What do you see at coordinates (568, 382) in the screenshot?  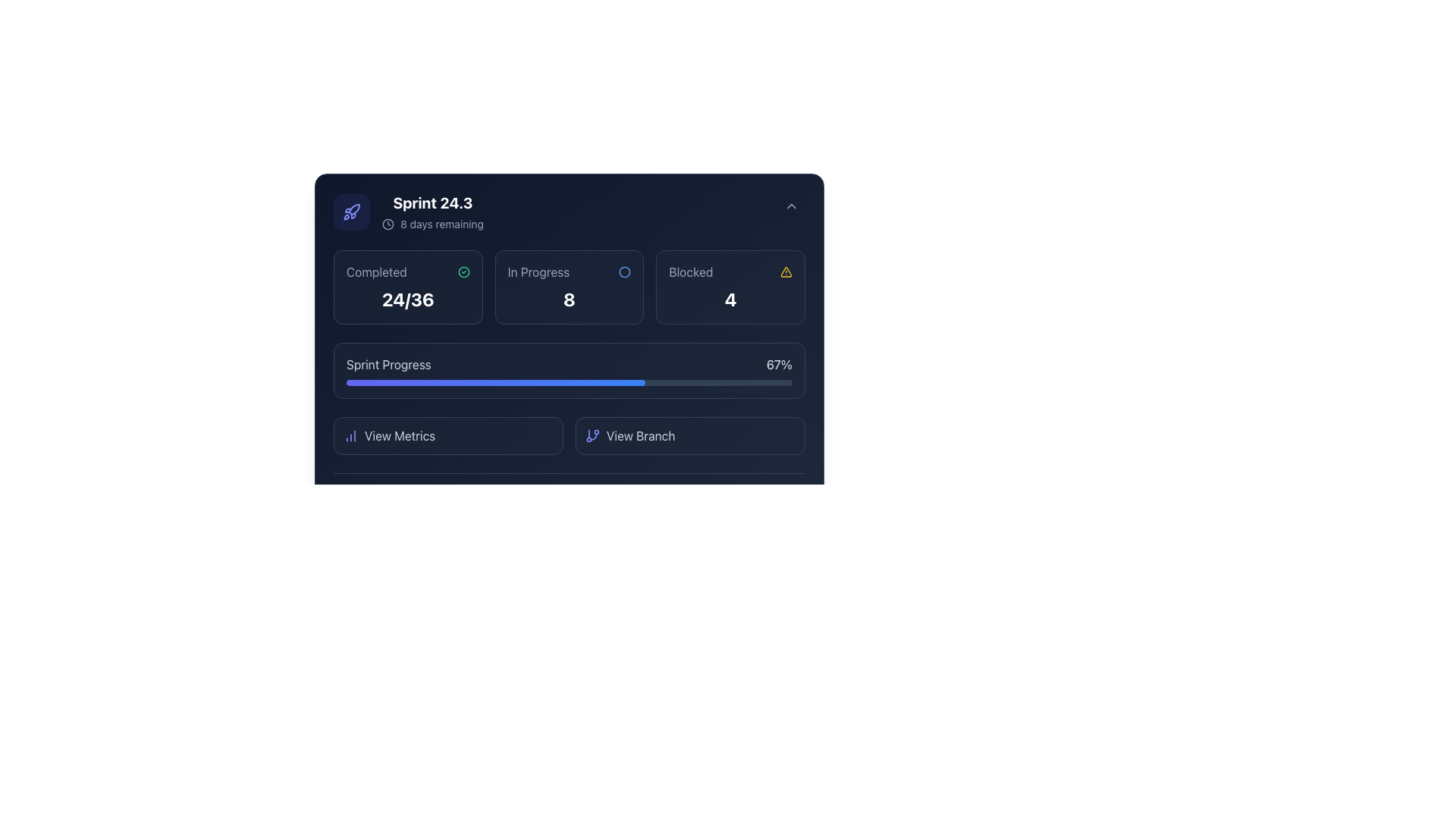 I see `the Dashboard Progress Component` at bounding box center [568, 382].